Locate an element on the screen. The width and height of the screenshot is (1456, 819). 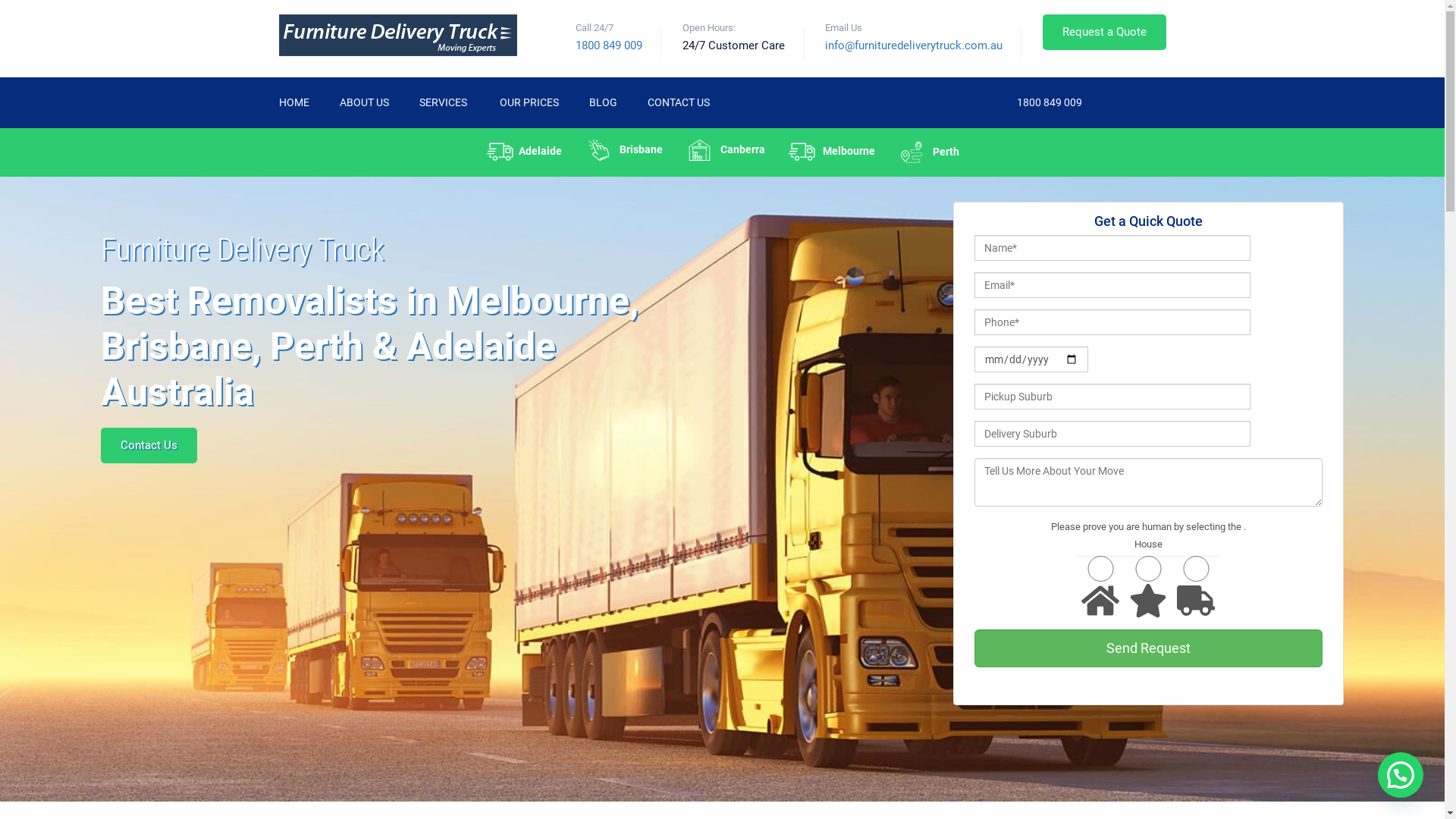
'OUR PRICES' is located at coordinates (528, 102).